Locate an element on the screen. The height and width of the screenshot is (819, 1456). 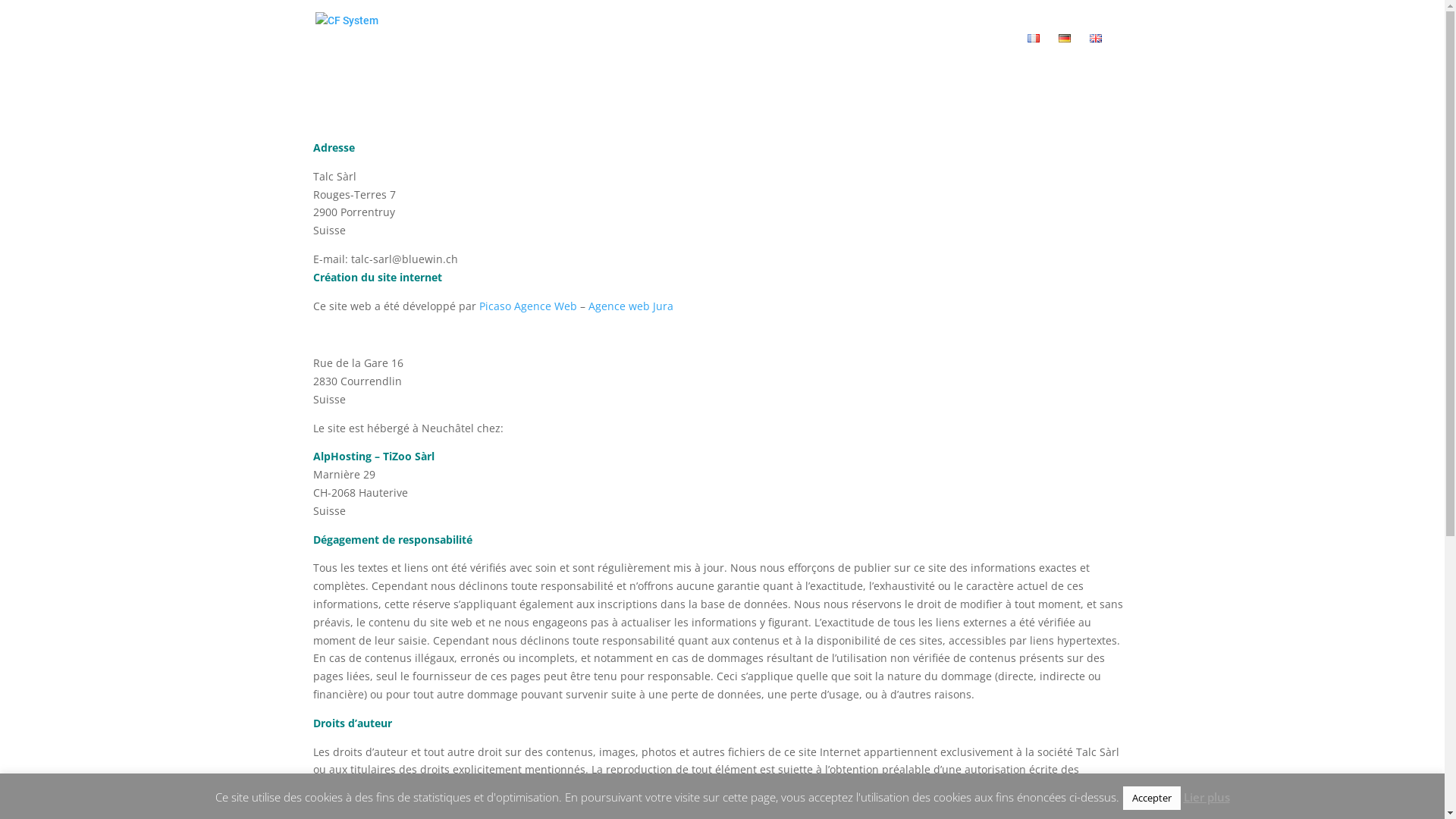
'Picaso Agence Web' is located at coordinates (479, 306).